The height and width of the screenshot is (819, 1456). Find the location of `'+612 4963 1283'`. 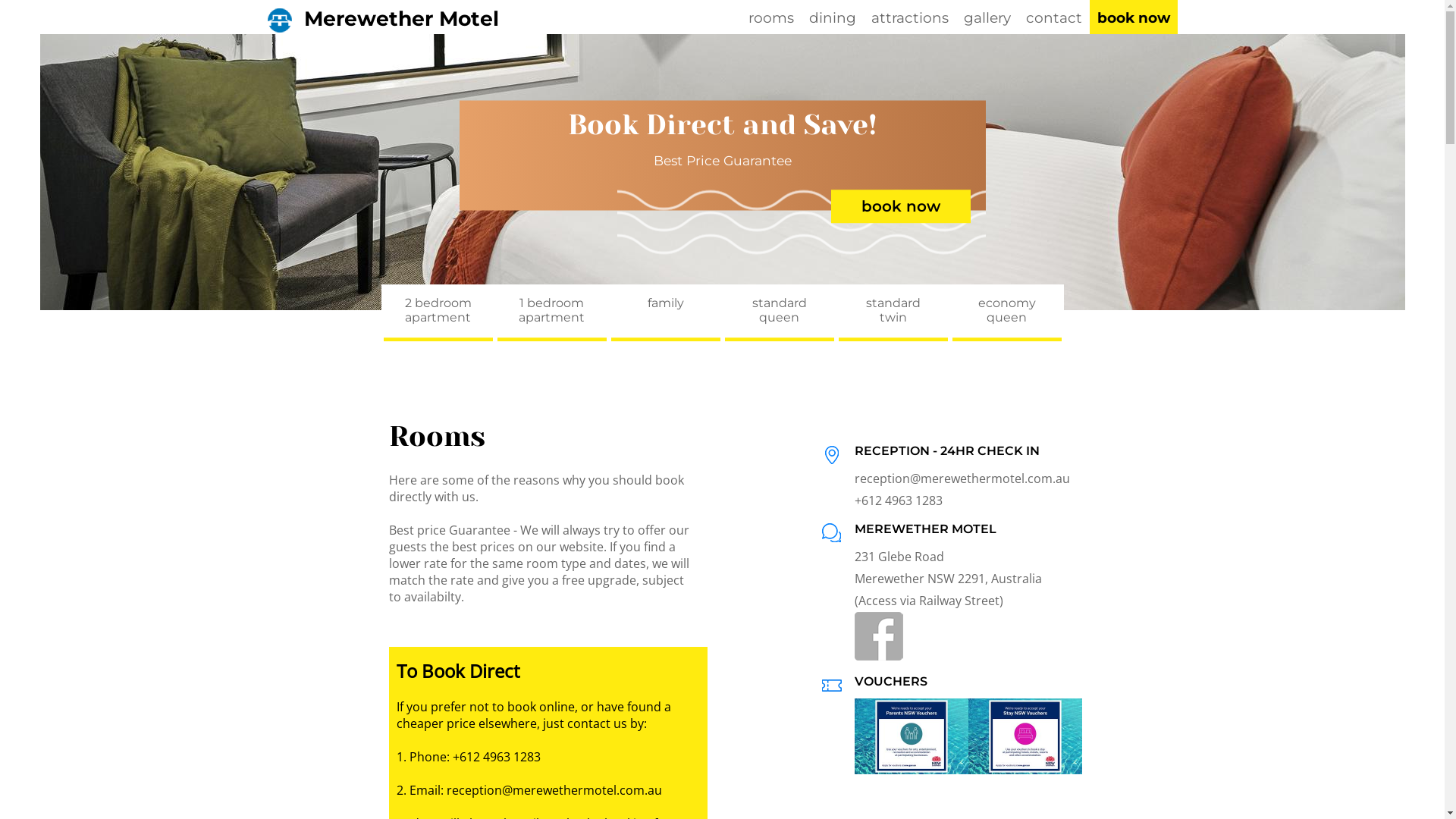

'+612 4963 1283' is located at coordinates (854, 500).